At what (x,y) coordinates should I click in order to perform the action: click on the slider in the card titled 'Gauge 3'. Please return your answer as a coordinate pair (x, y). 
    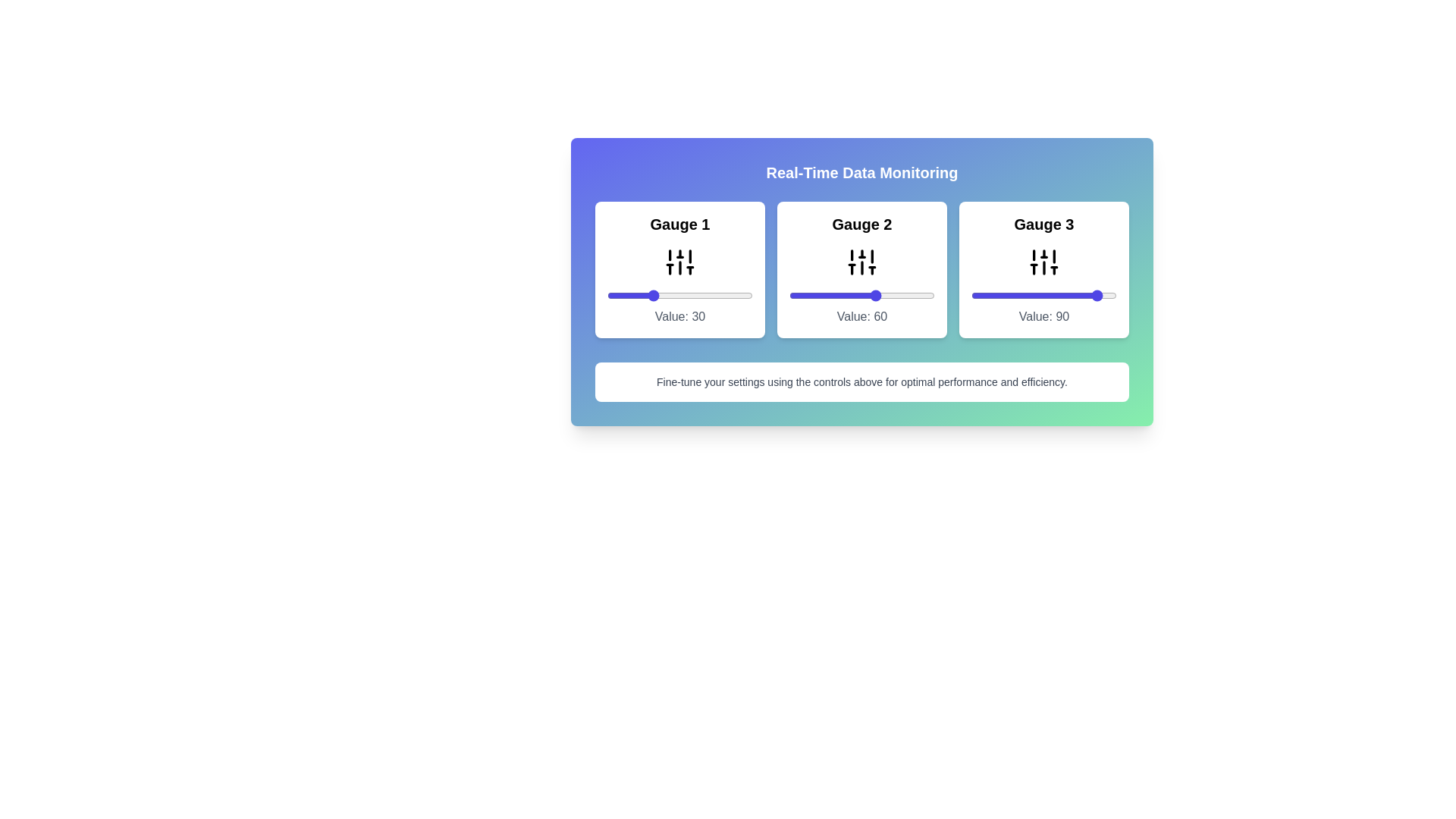
    Looking at the image, I should click on (1043, 268).